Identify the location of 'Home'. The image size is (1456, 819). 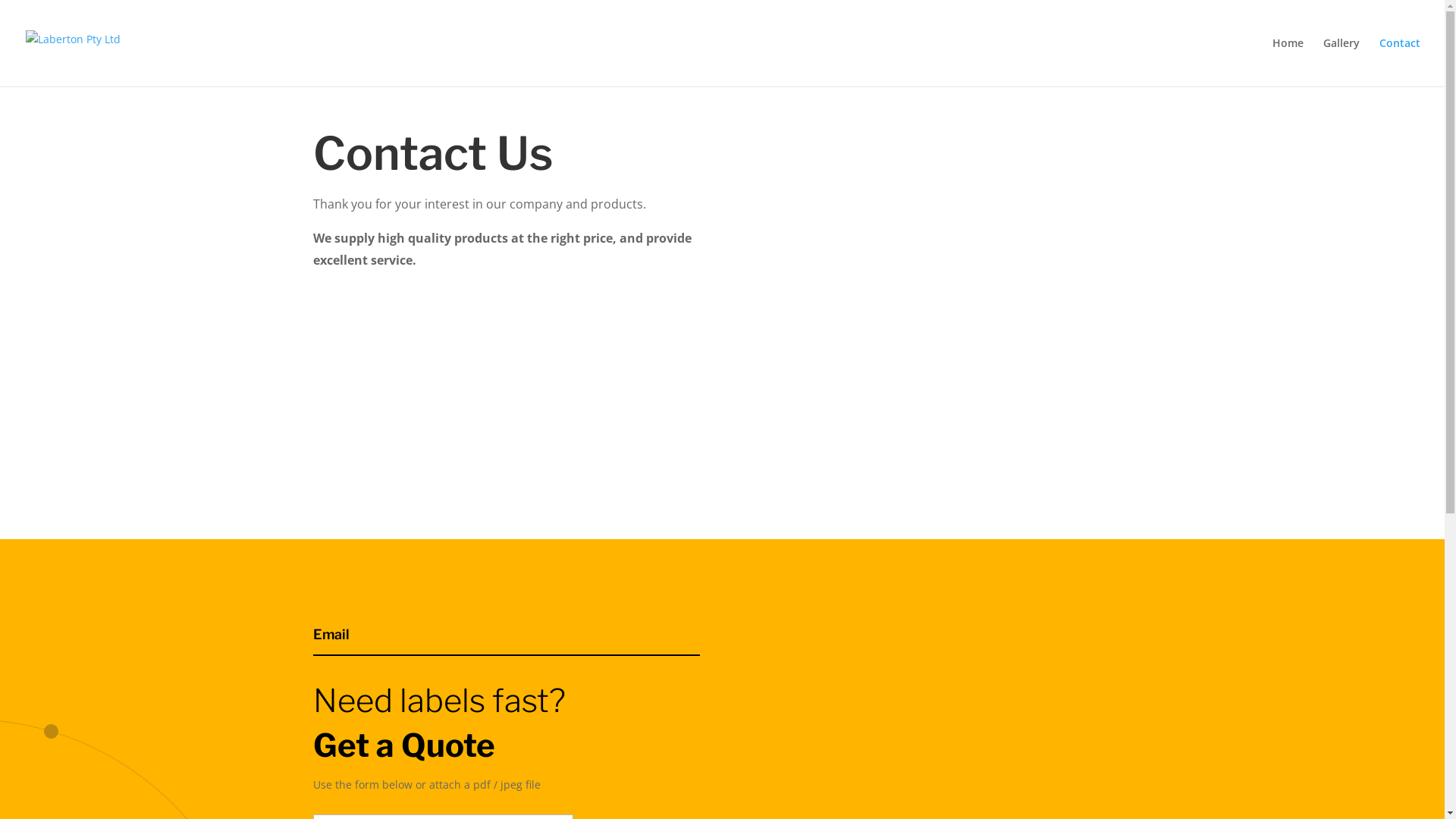
(1287, 61).